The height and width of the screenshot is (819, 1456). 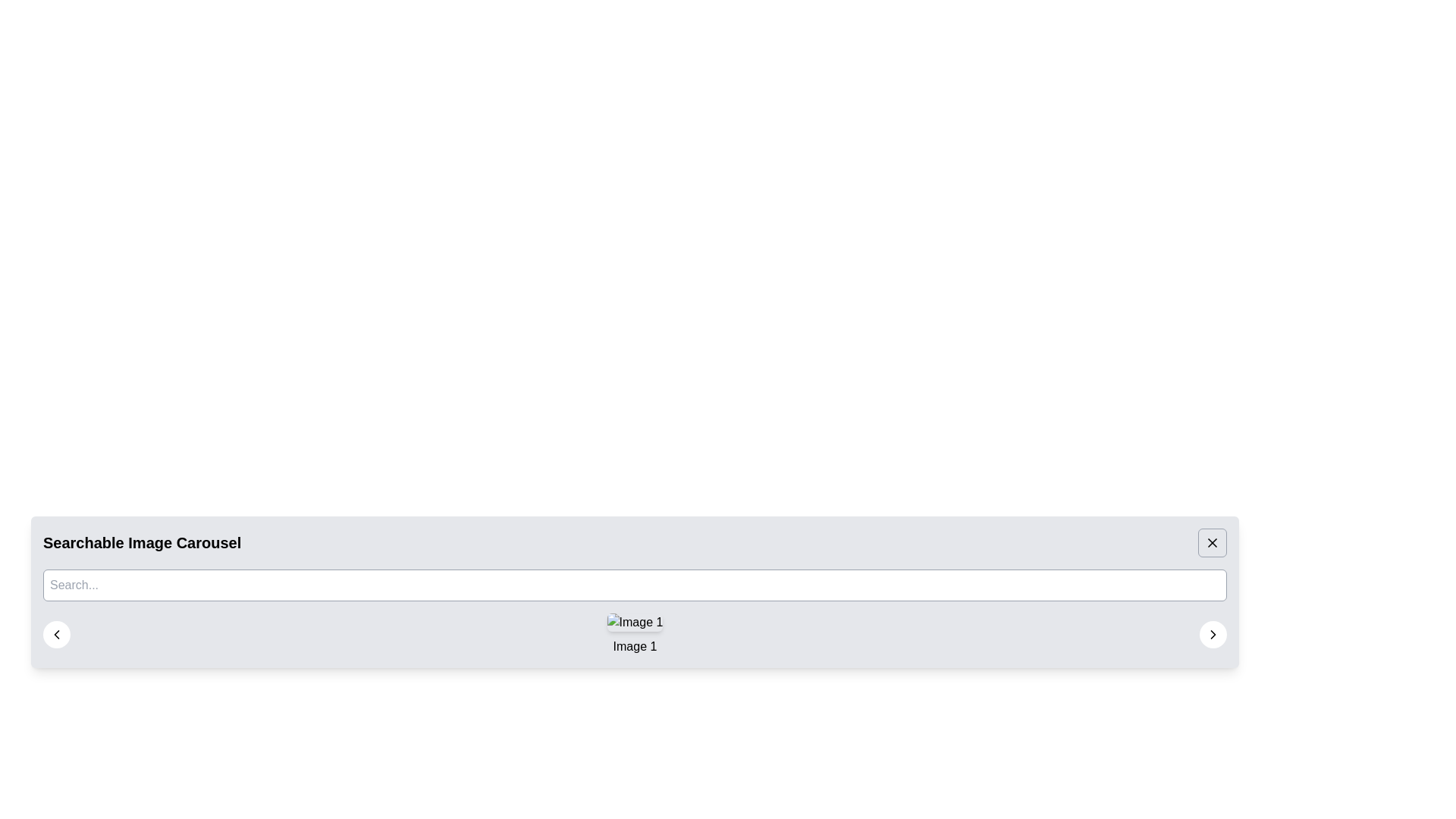 I want to click on the close button located at the top-right corner of the 'Searchable Image Carousel' header, so click(x=1211, y=542).